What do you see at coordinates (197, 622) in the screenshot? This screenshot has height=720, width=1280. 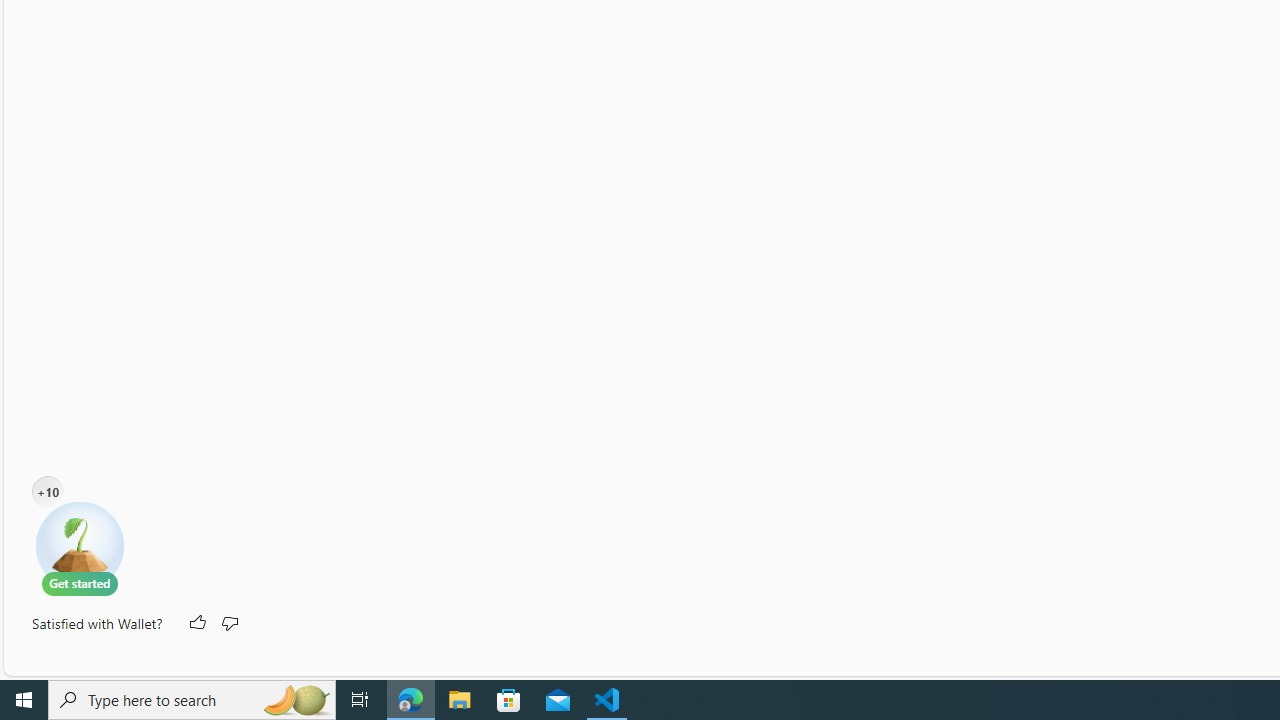 I see `'Like'` at bounding box center [197, 622].